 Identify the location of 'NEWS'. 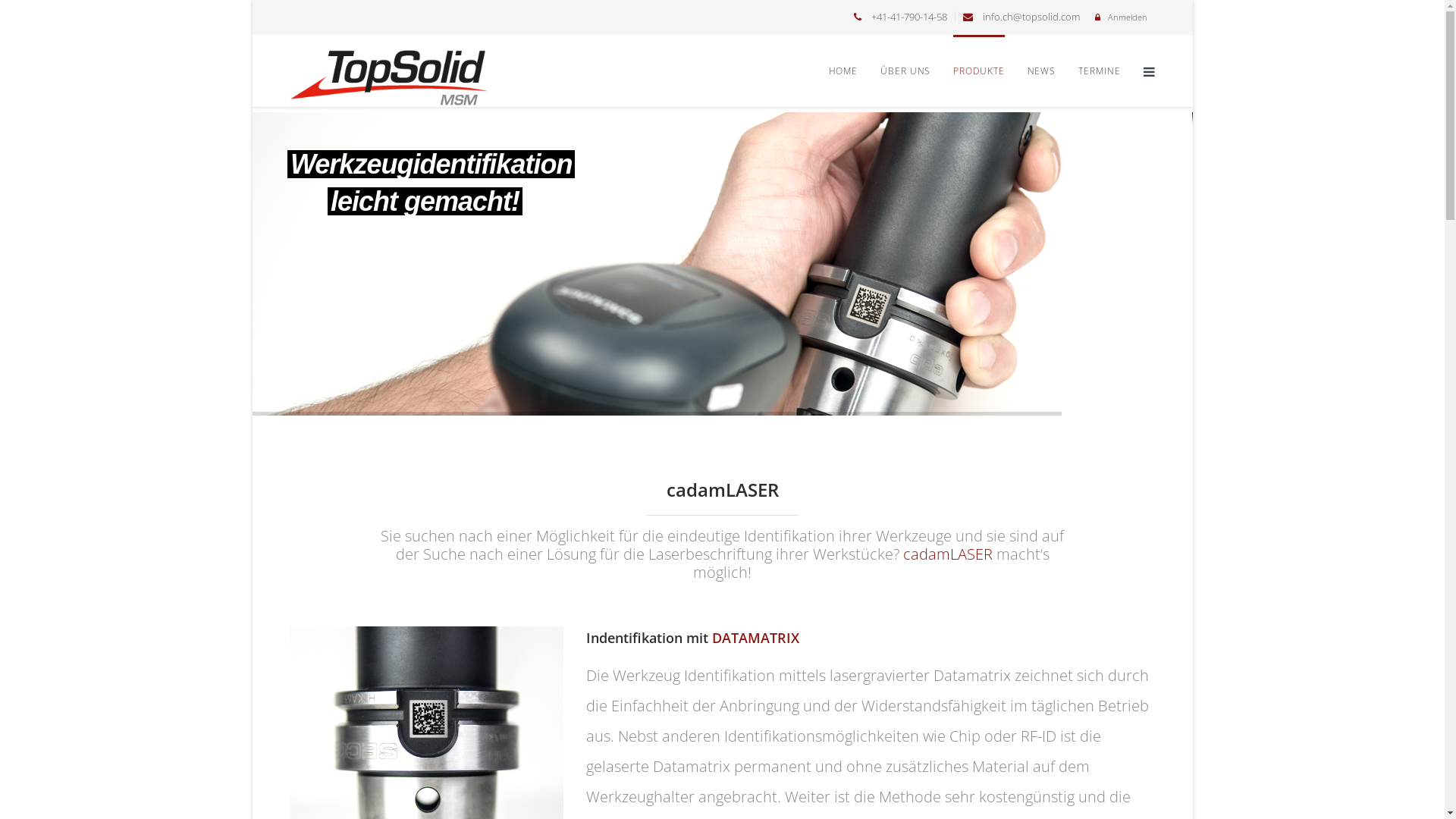
(1027, 71).